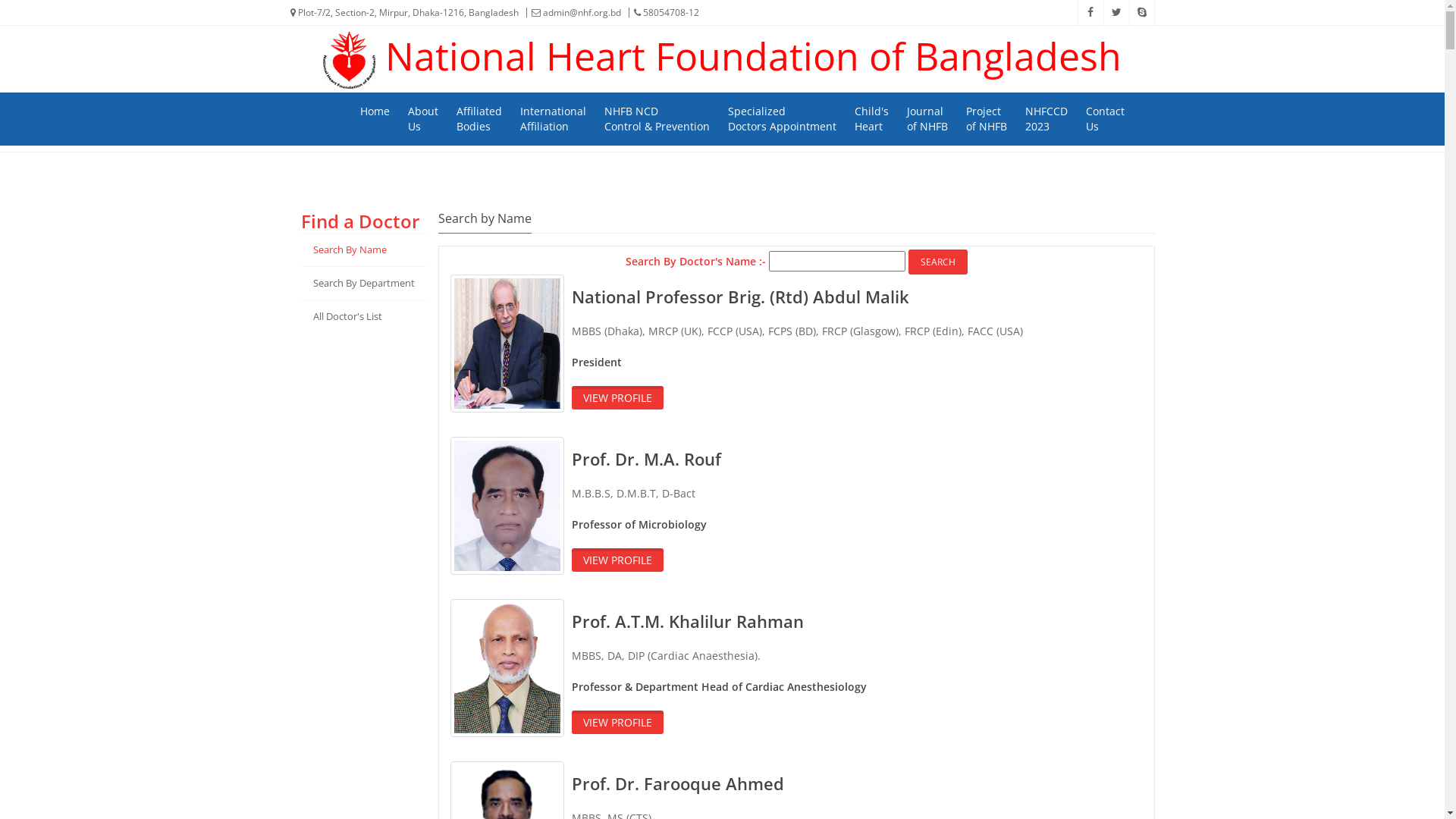  Describe the element at coordinates (617, 397) in the screenshot. I see `'VIEW PROFILE'` at that location.